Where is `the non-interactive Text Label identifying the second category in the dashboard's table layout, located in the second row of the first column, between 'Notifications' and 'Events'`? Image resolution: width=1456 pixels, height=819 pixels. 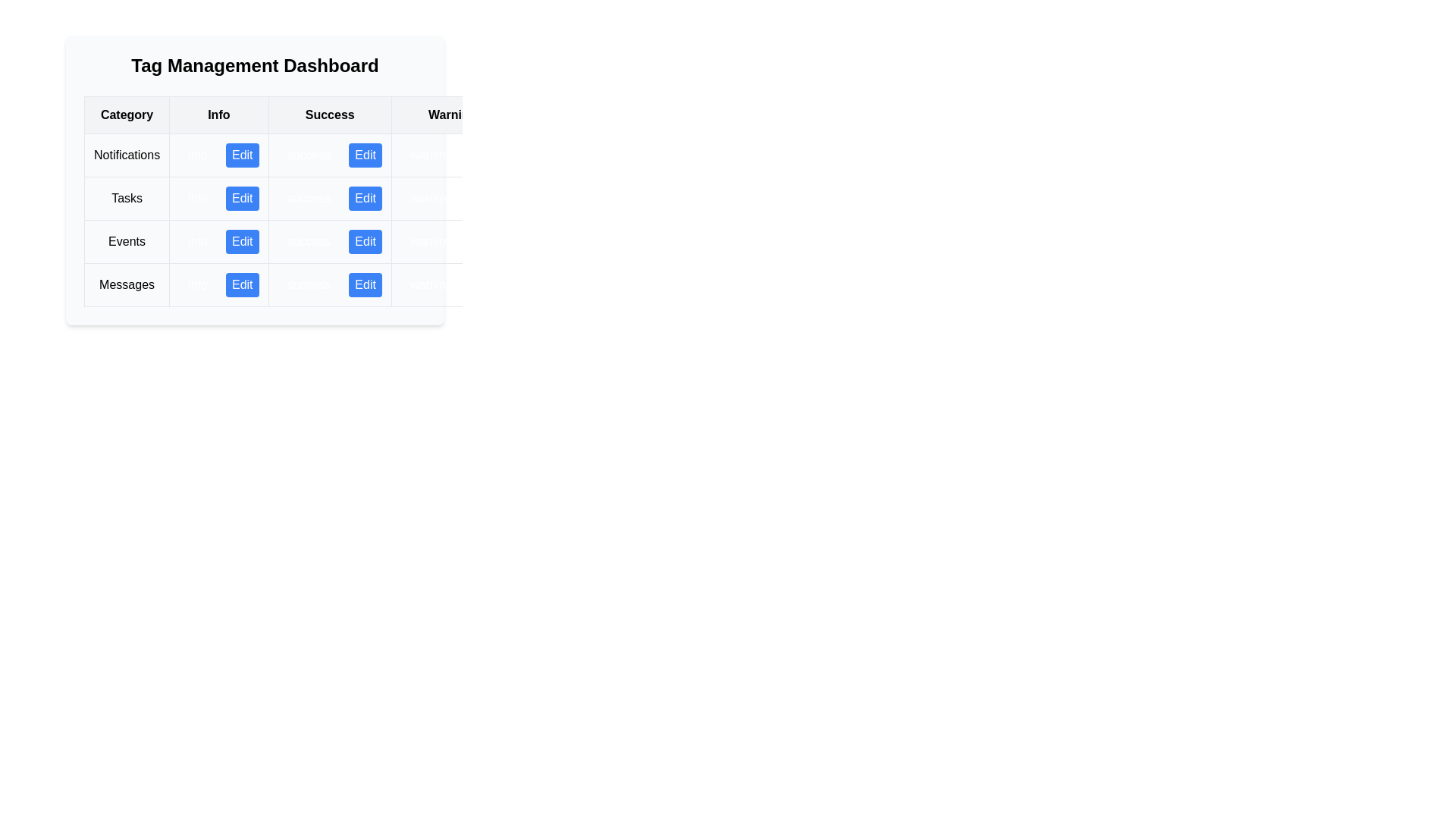 the non-interactive Text Label identifying the second category in the dashboard's table layout, located in the second row of the first column, between 'Notifications' and 'Events' is located at coordinates (127, 198).